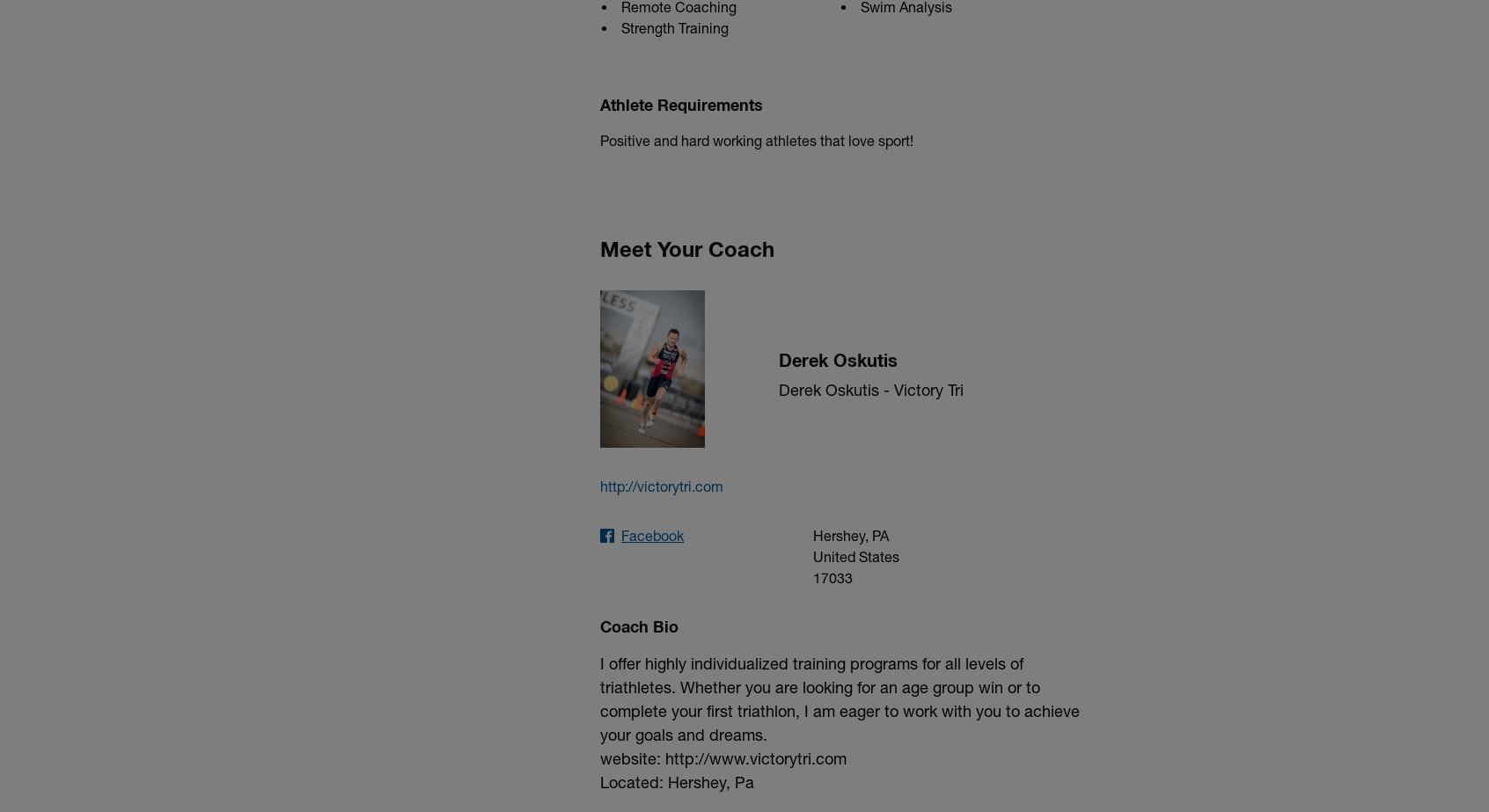  Describe the element at coordinates (651, 533) in the screenshot. I see `'Facebook'` at that location.